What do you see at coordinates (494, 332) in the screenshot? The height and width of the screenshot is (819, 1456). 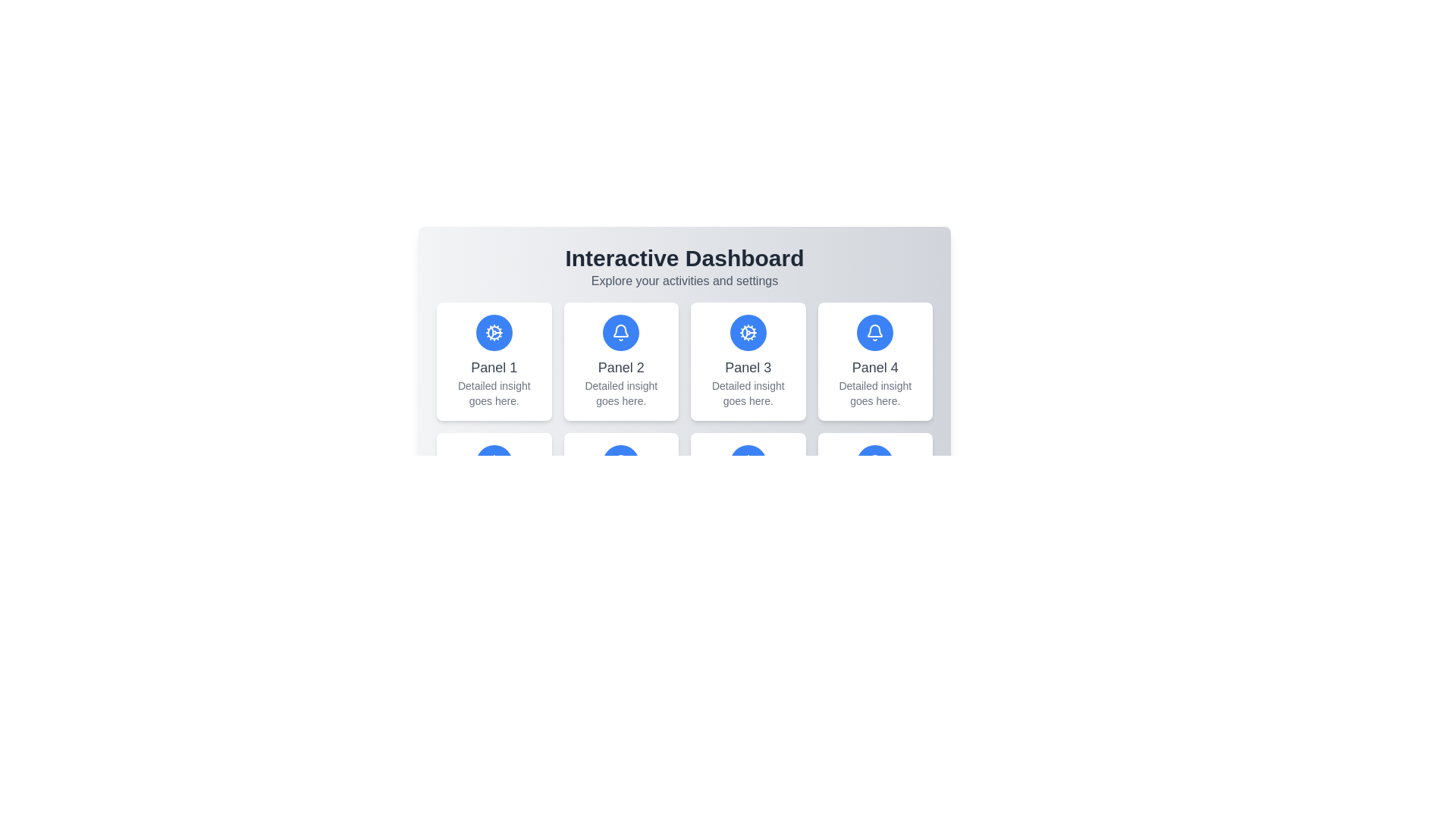 I see `the cogwheel icon, which is characterized by its circular design with gear-like edges and a white color on a blue background` at bounding box center [494, 332].